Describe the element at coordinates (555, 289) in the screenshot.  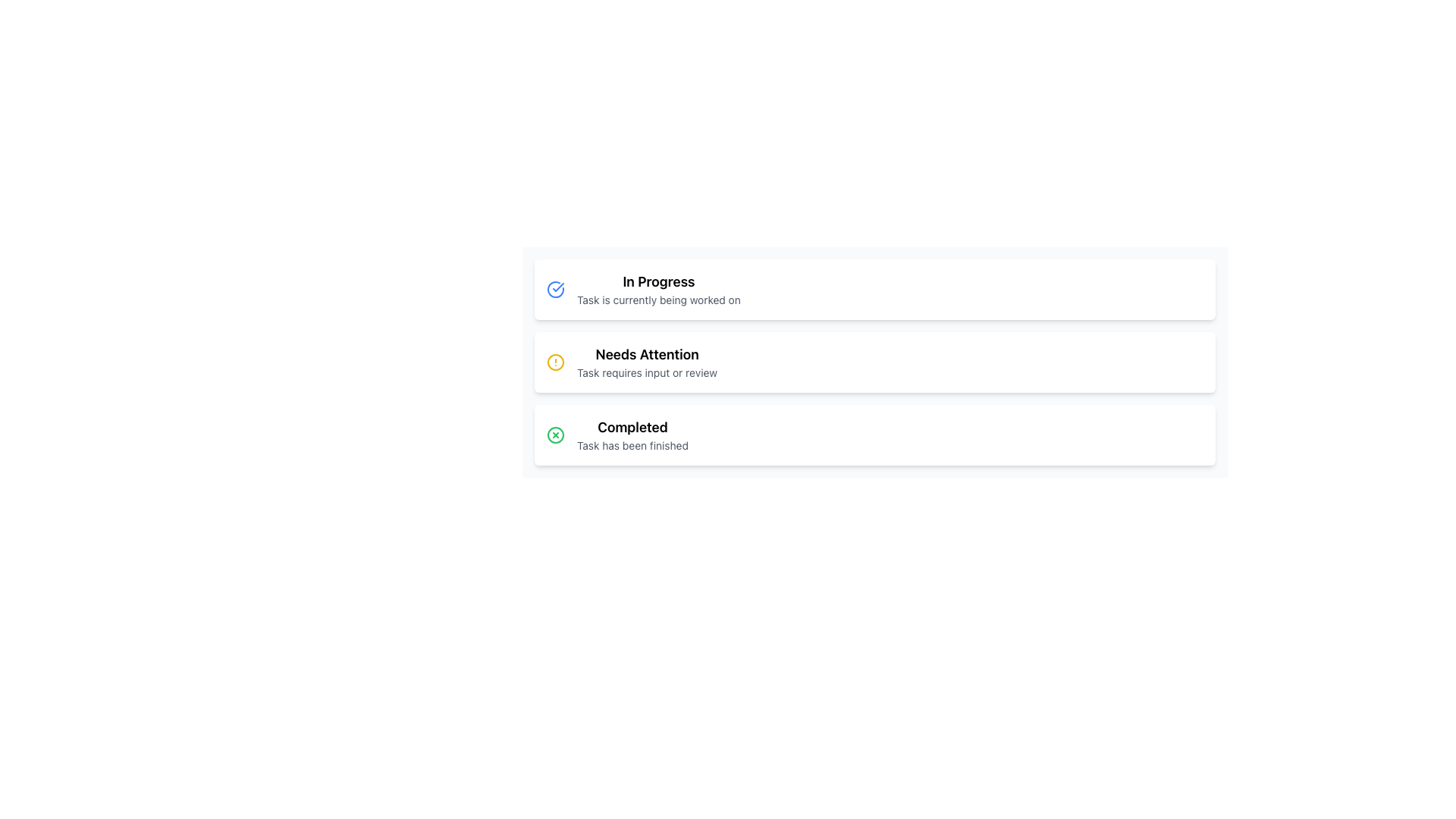
I see `the 'In Progress' status icon, which is the leftmost graphical element in the group labeled 'In Progress', located near the top of a list of status items` at that location.